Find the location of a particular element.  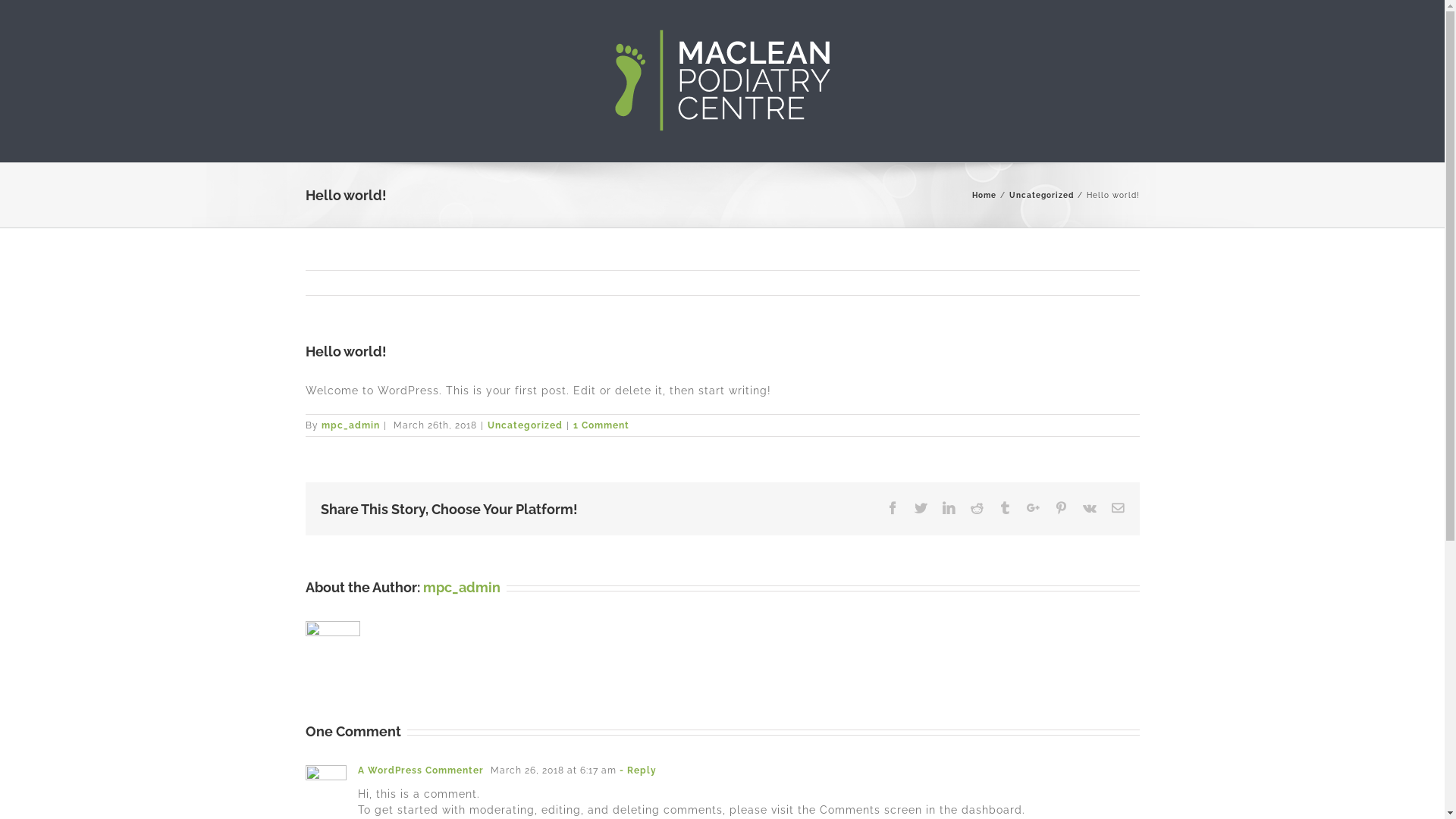

'Twitter' is located at coordinates (913, 508).